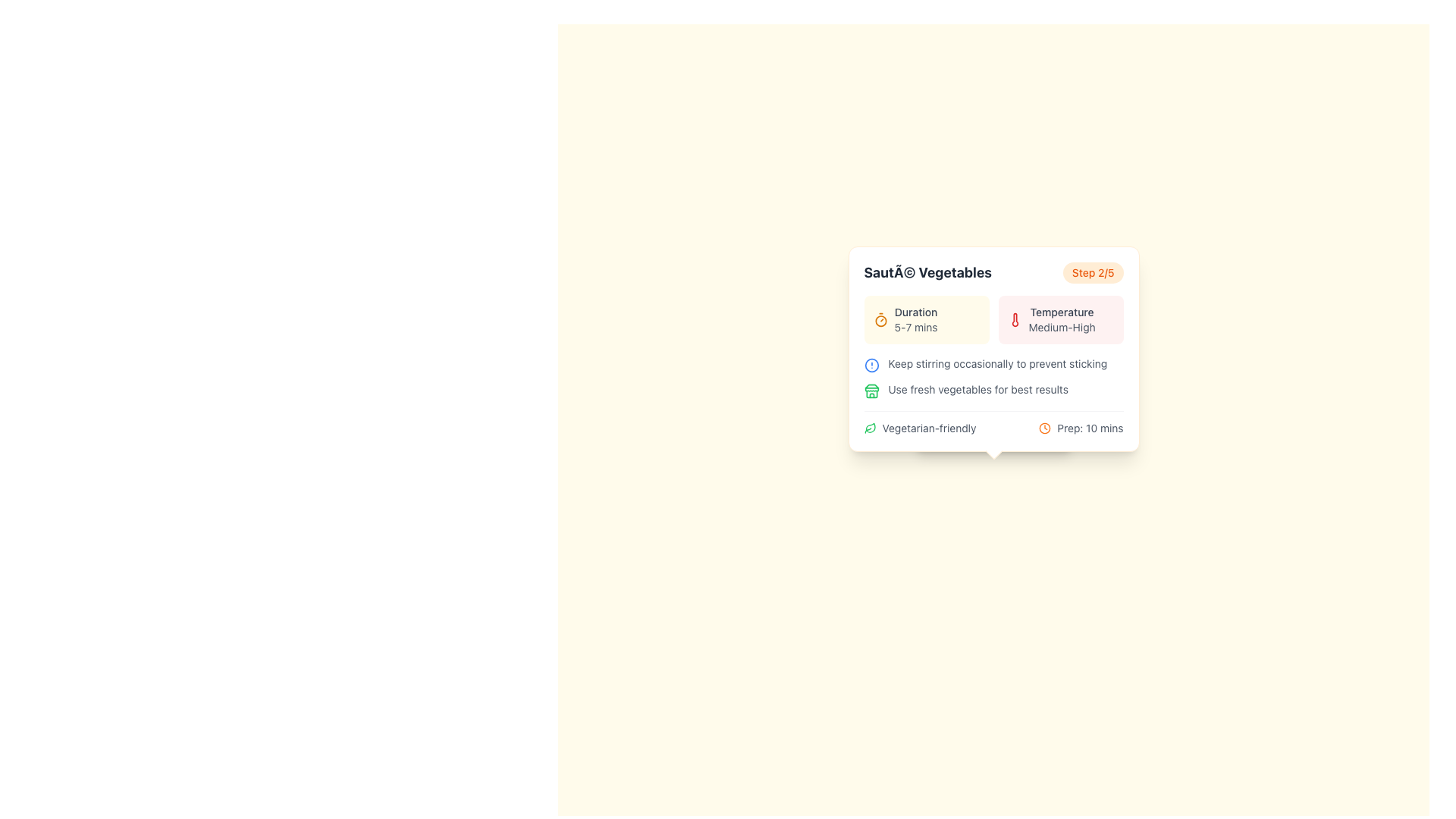 The image size is (1456, 819). Describe the element at coordinates (1061, 327) in the screenshot. I see `text from the text label displaying 'Medium-High', which is located in the upper-right section of the information box, directly below the 'Temperature' label` at that location.